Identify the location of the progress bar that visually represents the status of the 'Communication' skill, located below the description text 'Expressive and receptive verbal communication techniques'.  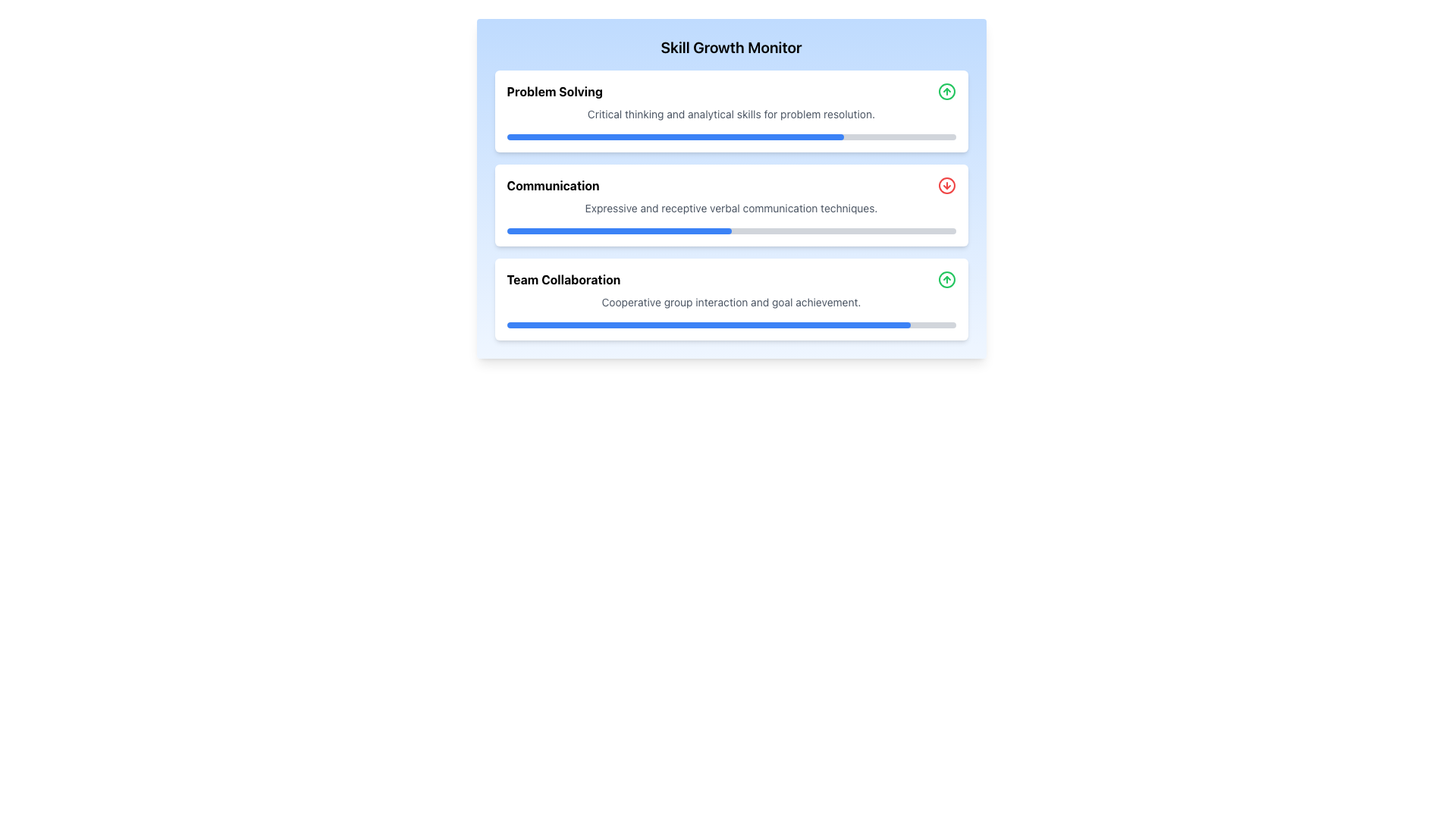
(731, 231).